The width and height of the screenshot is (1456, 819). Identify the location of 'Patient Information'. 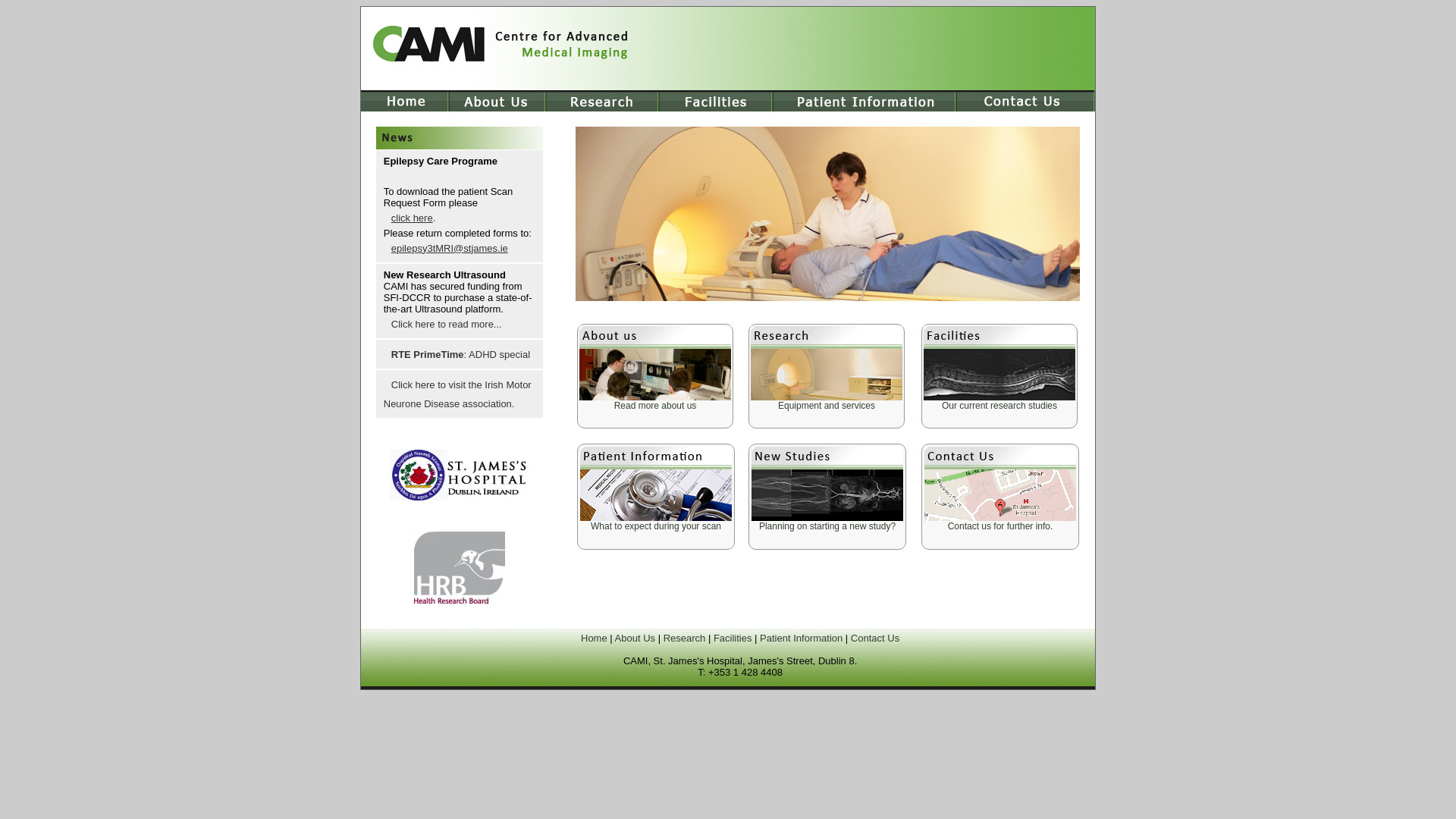
(760, 638).